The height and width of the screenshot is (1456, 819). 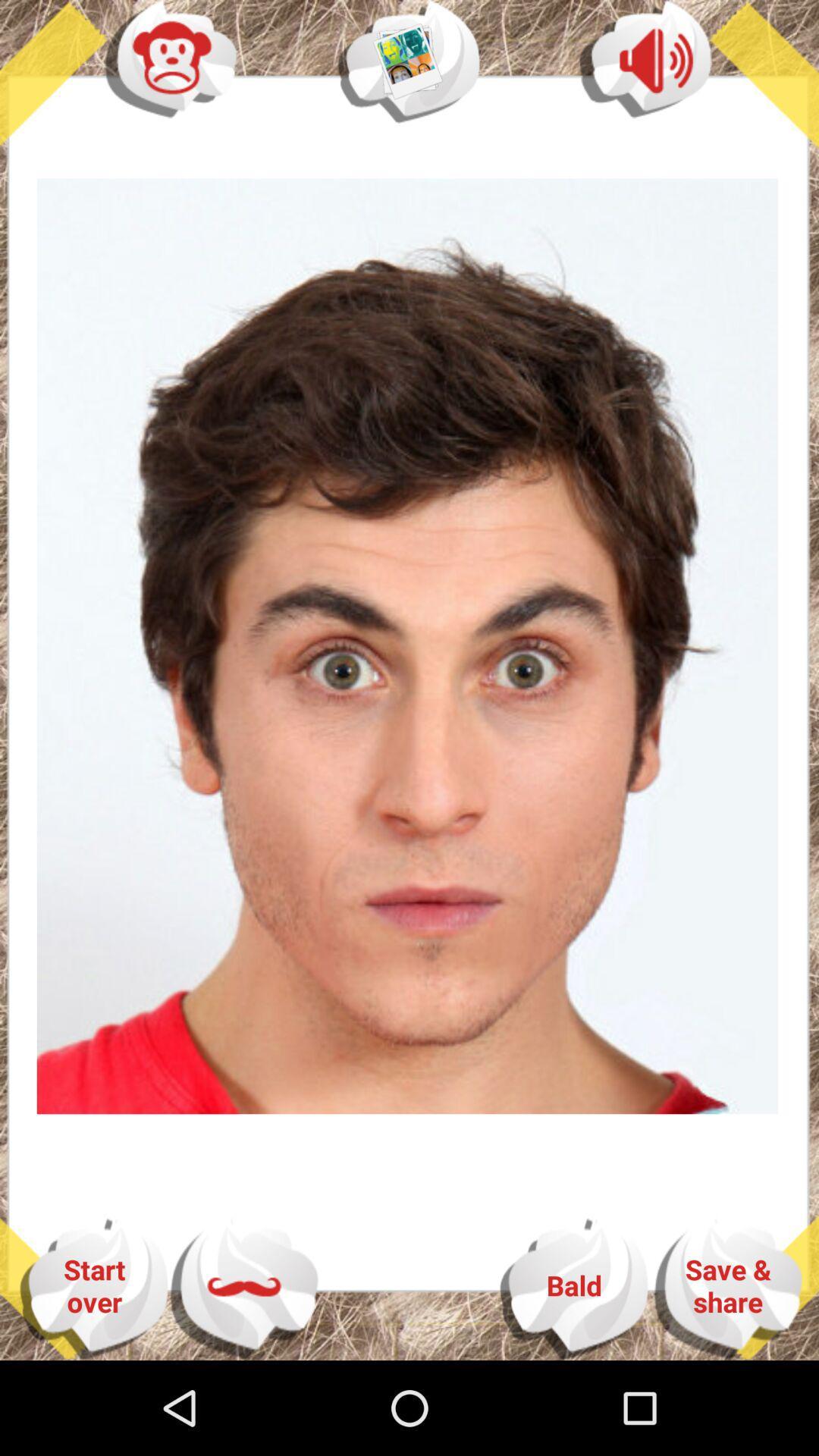 What do you see at coordinates (409, 61) in the screenshot?
I see `the avatar icon` at bounding box center [409, 61].